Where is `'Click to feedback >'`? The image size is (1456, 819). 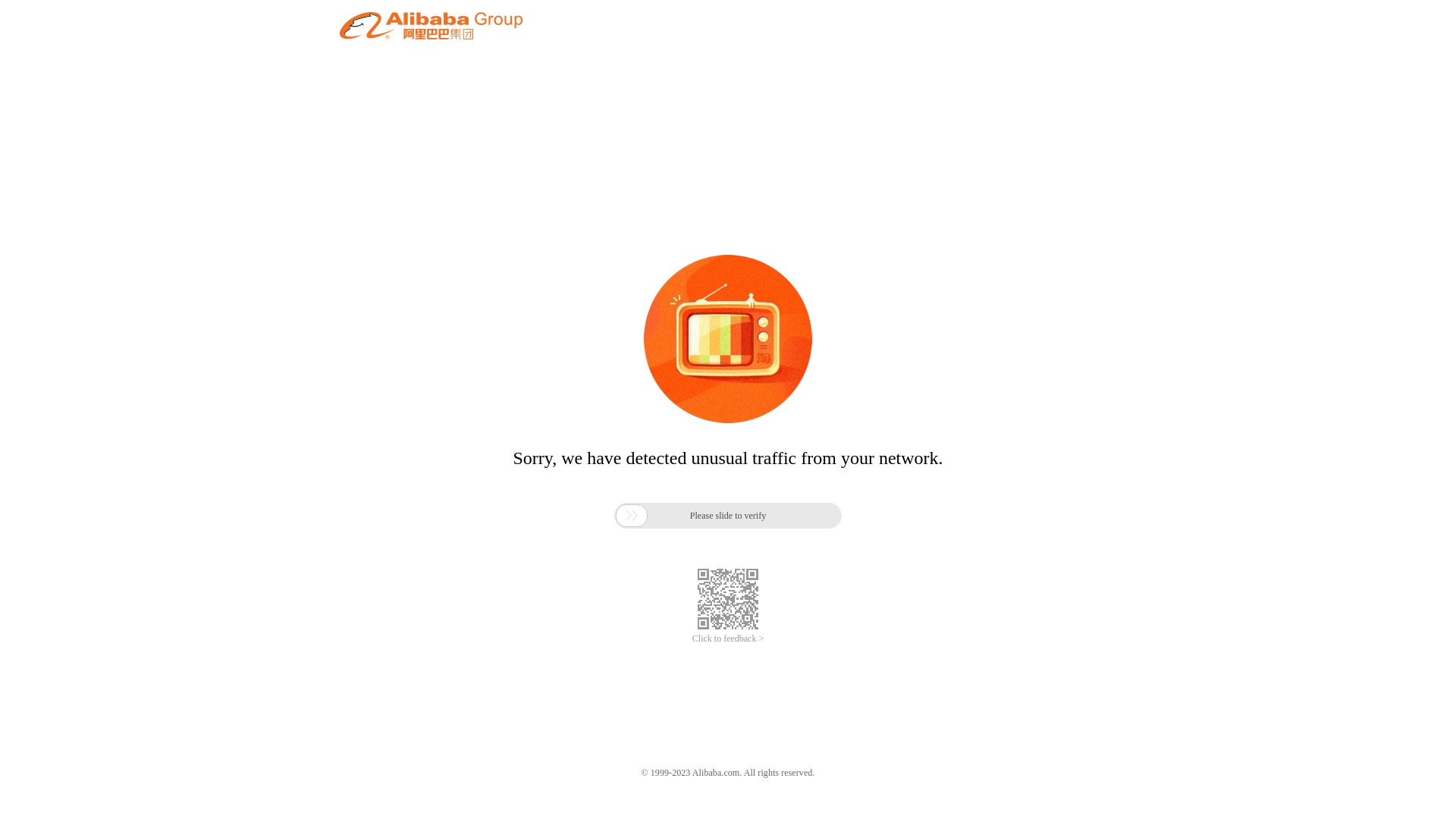 'Click to feedback >' is located at coordinates (728, 639).